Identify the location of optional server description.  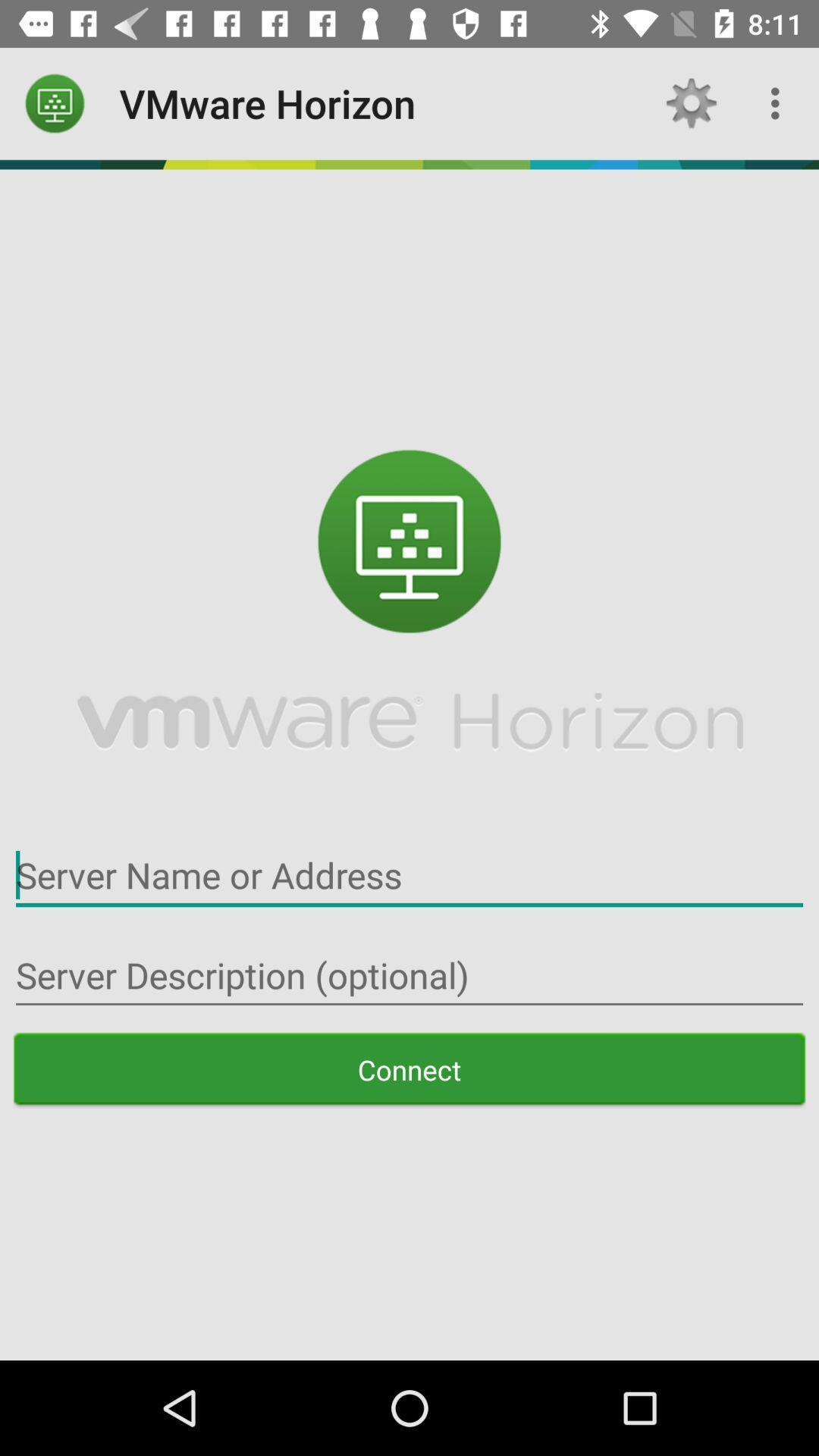
(409, 975).